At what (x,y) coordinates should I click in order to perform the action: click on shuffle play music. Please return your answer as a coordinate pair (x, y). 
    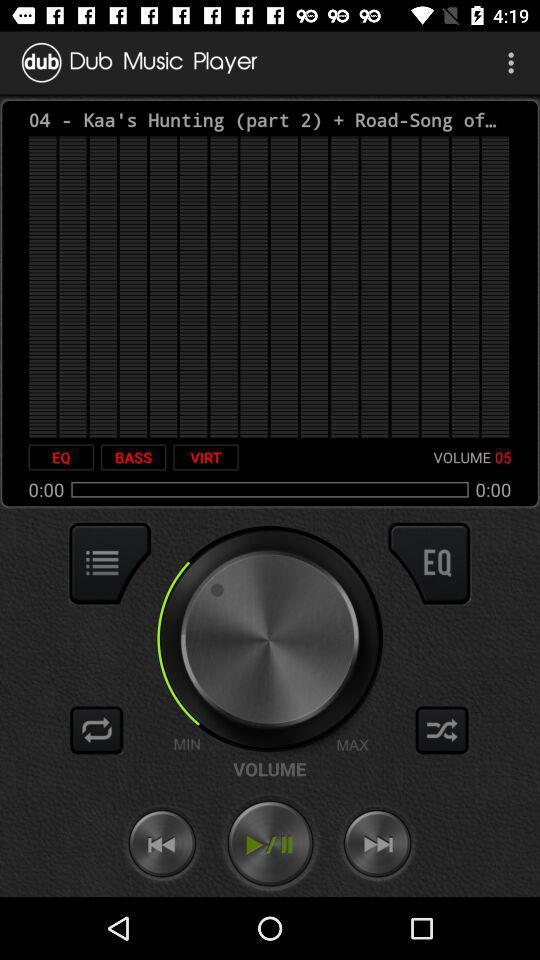
    Looking at the image, I should click on (442, 729).